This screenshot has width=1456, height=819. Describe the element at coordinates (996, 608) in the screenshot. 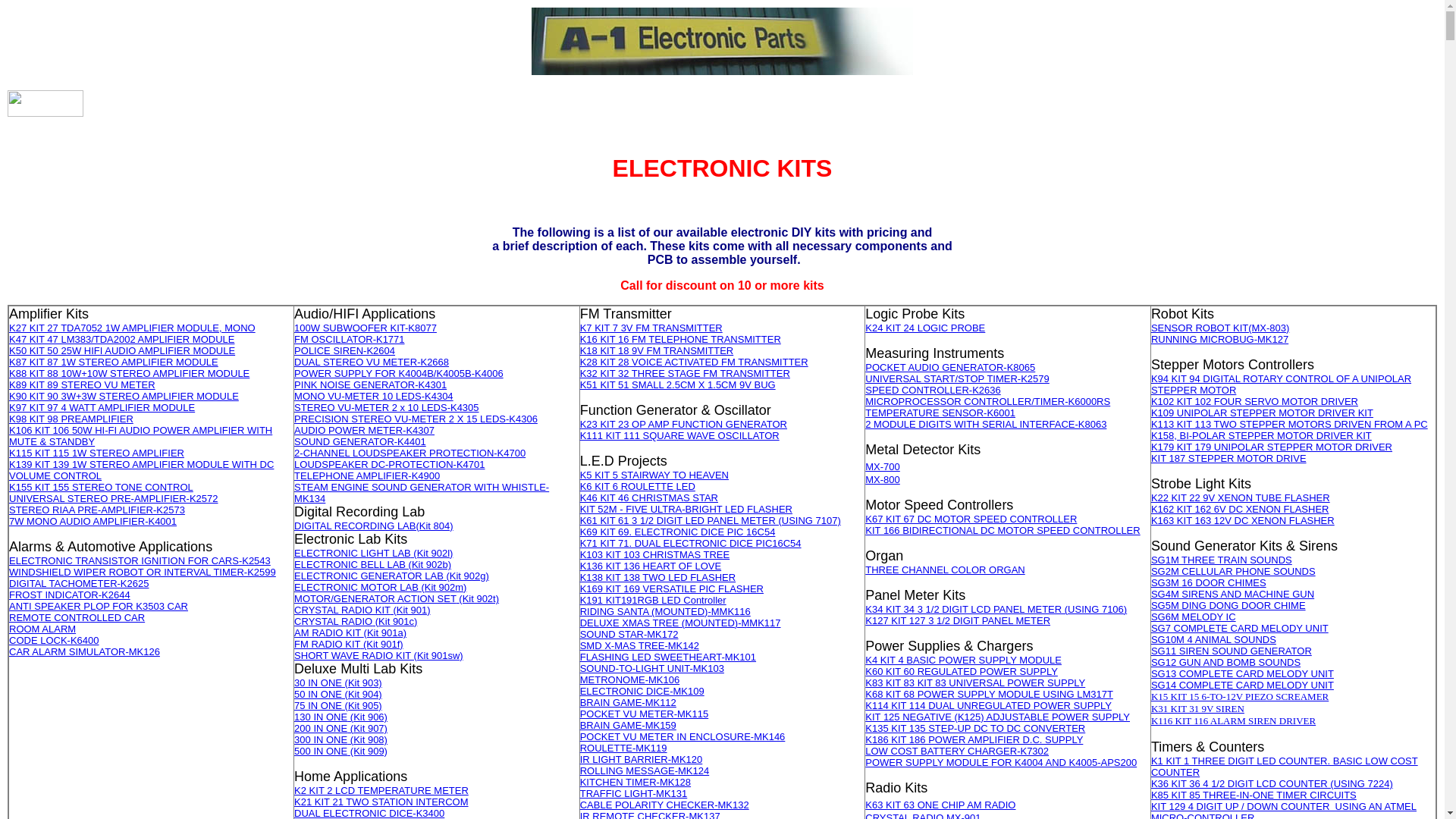

I see `'K34 KIT 34 3 1/2 DIGIT LCD PANEL METER (USING 7106)'` at that location.